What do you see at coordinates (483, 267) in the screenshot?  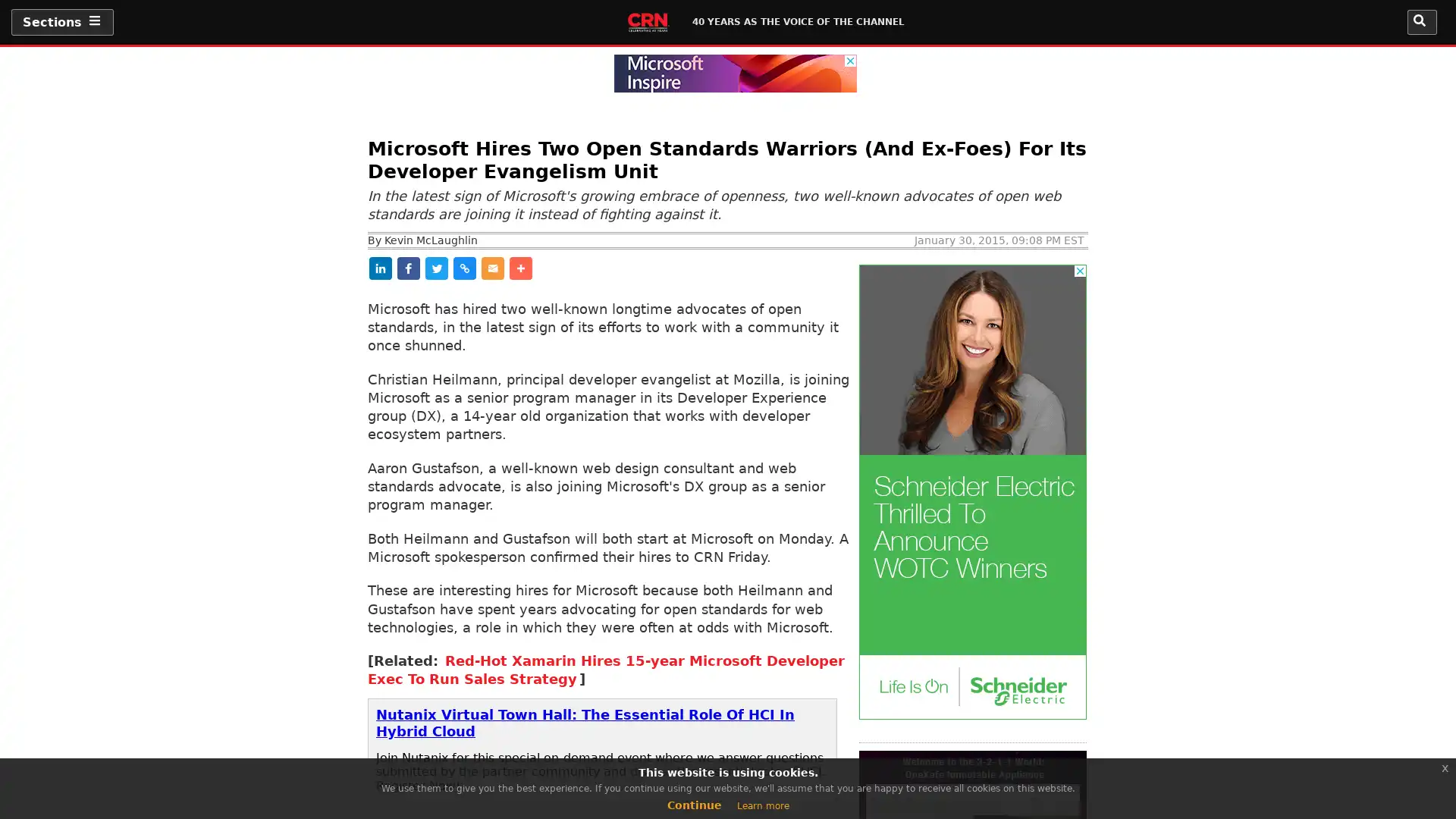 I see `Share to Facebook Facebook` at bounding box center [483, 267].